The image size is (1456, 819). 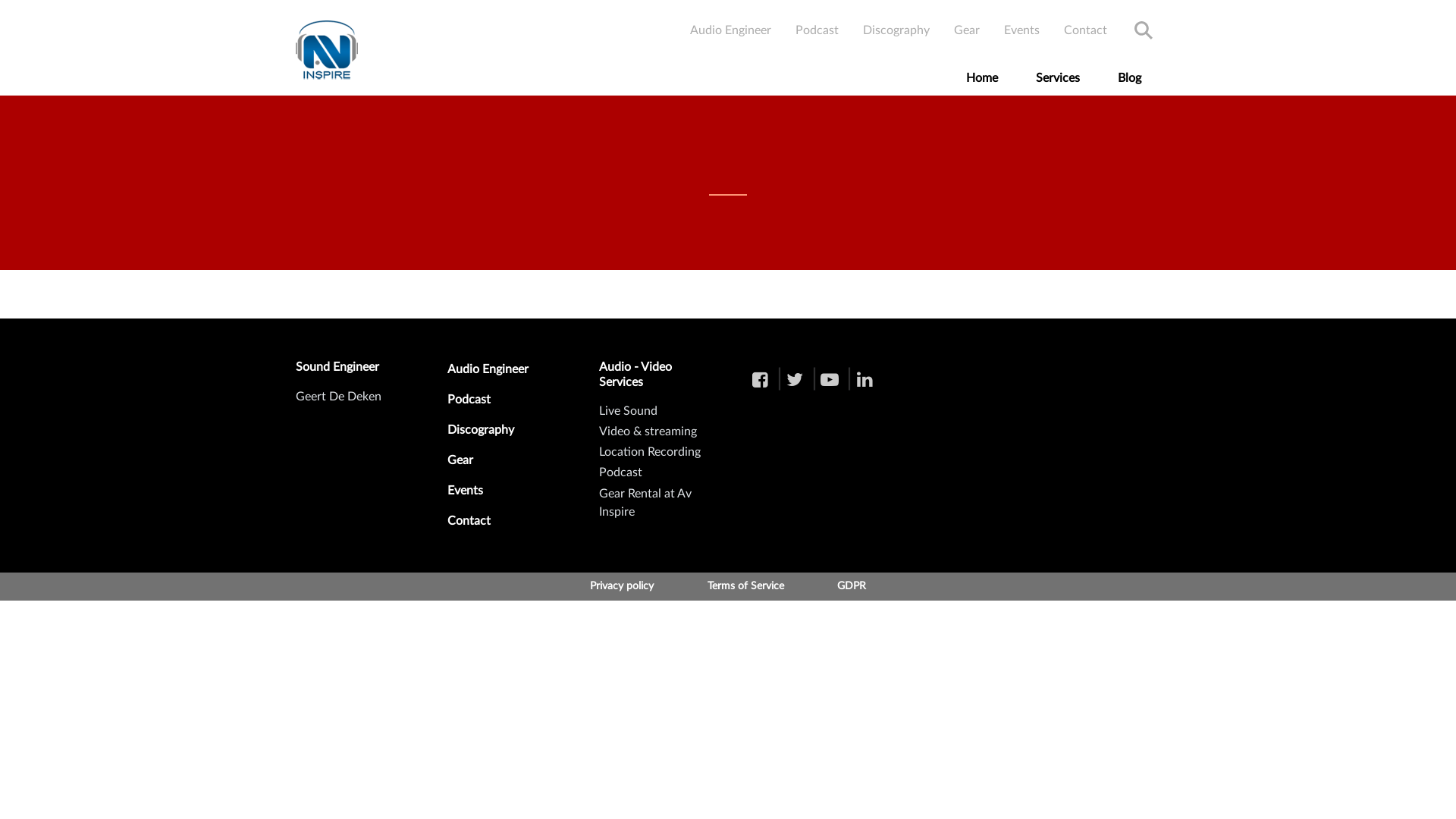 I want to click on 'GDPR', so click(x=852, y=585).